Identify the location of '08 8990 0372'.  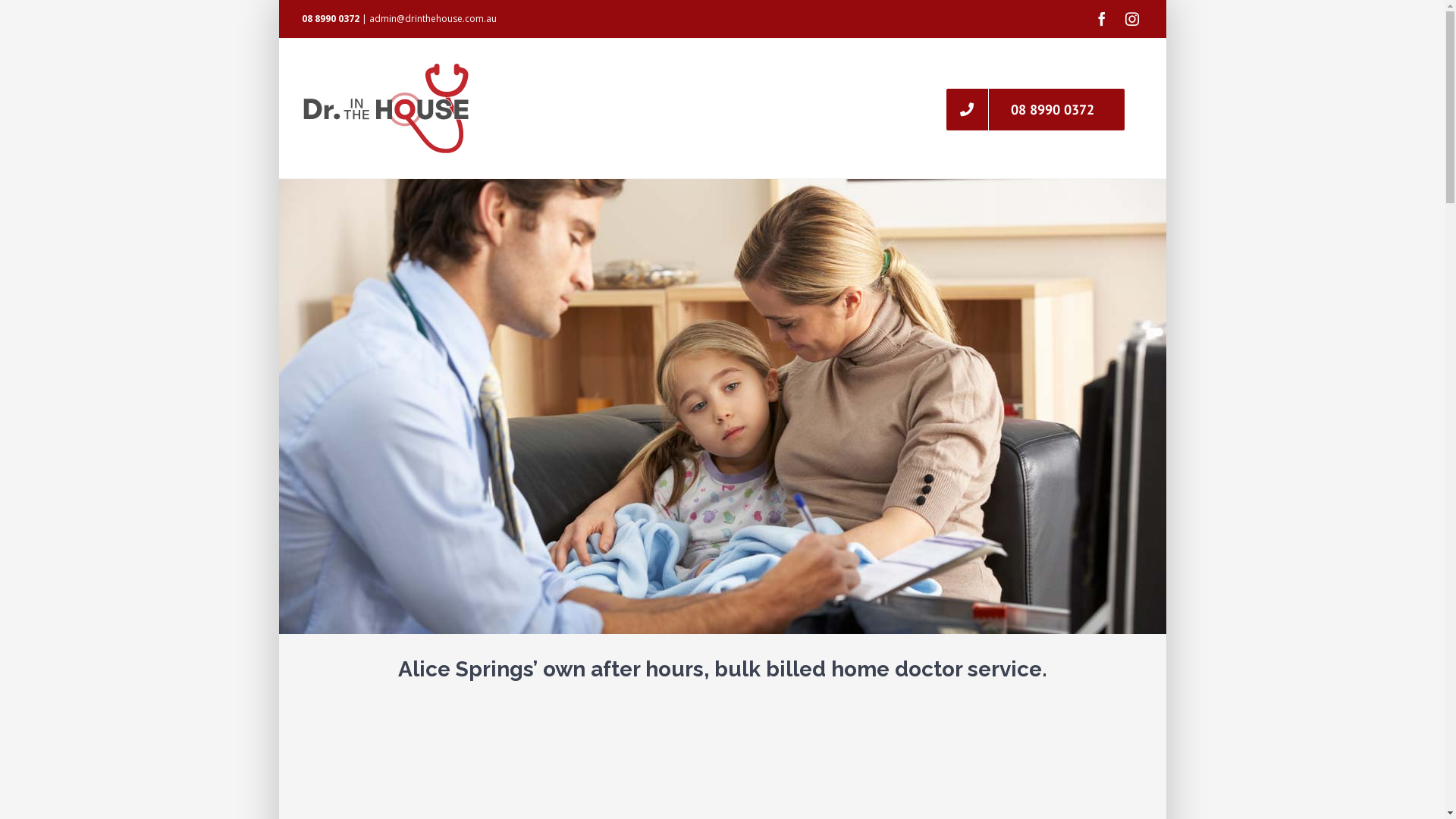
(1034, 107).